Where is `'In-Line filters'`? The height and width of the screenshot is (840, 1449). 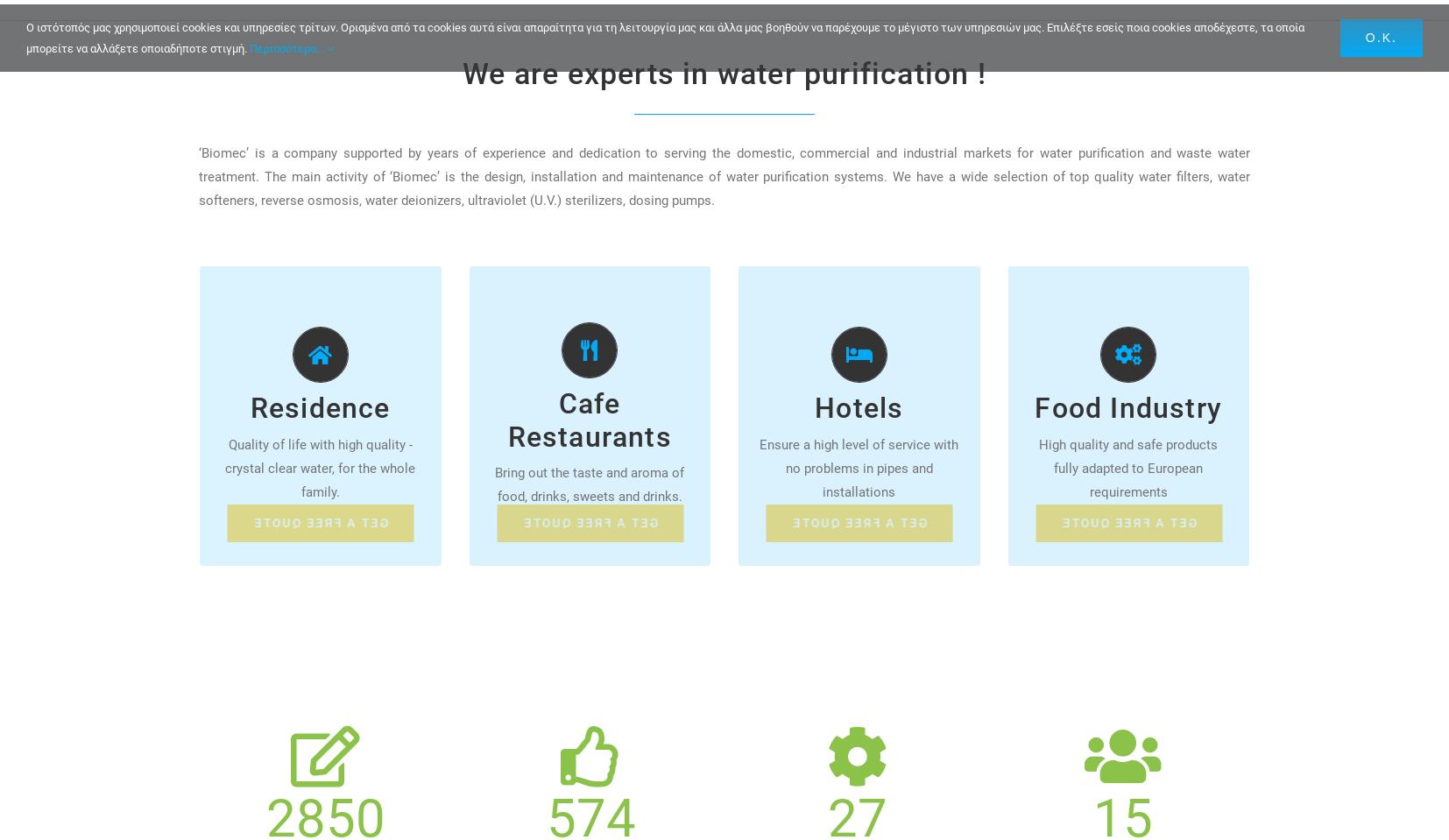 'In-Line filters' is located at coordinates (301, 378).